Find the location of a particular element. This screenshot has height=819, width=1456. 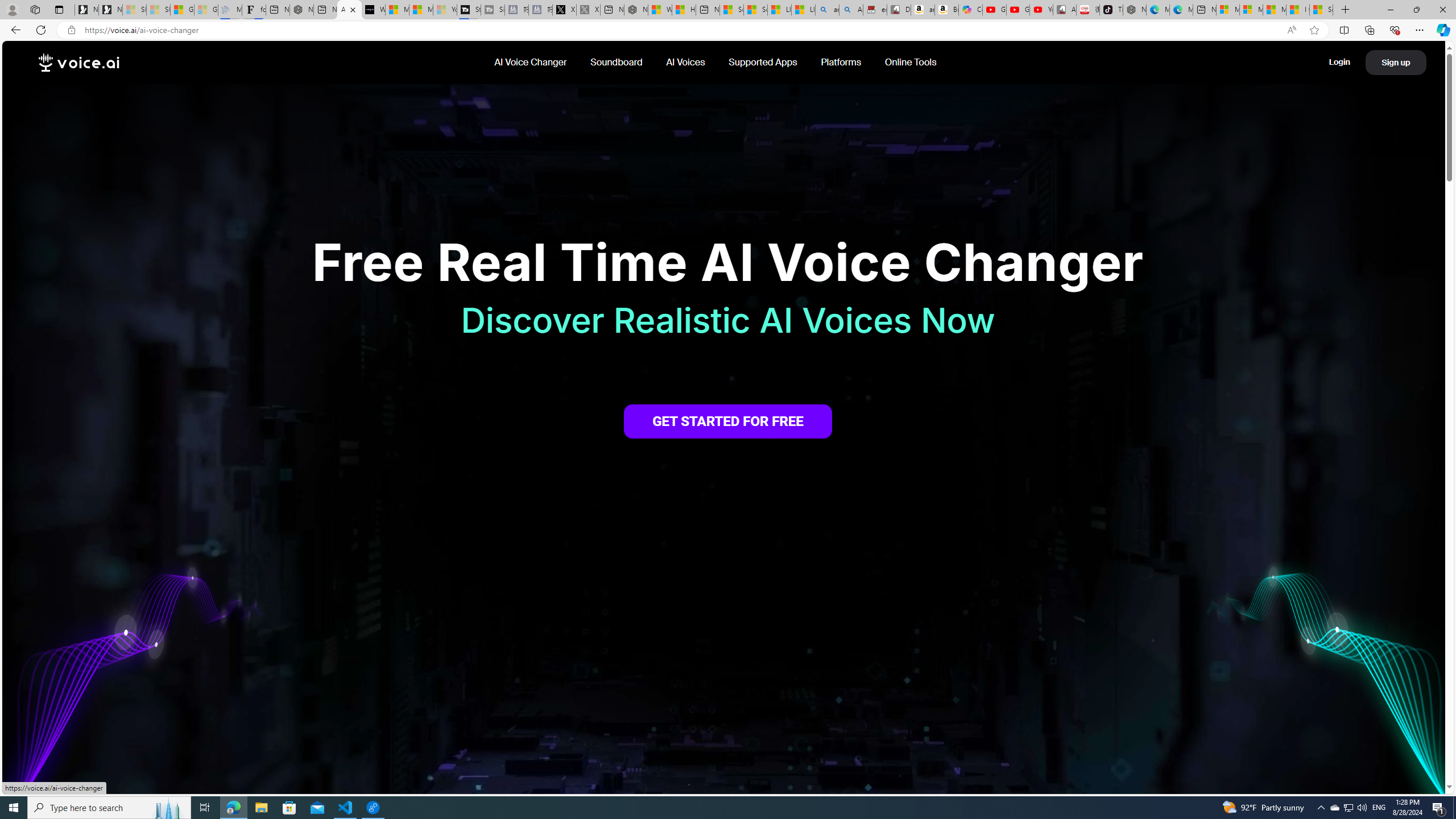

'AI Voice Changer ' is located at coordinates (531, 61).